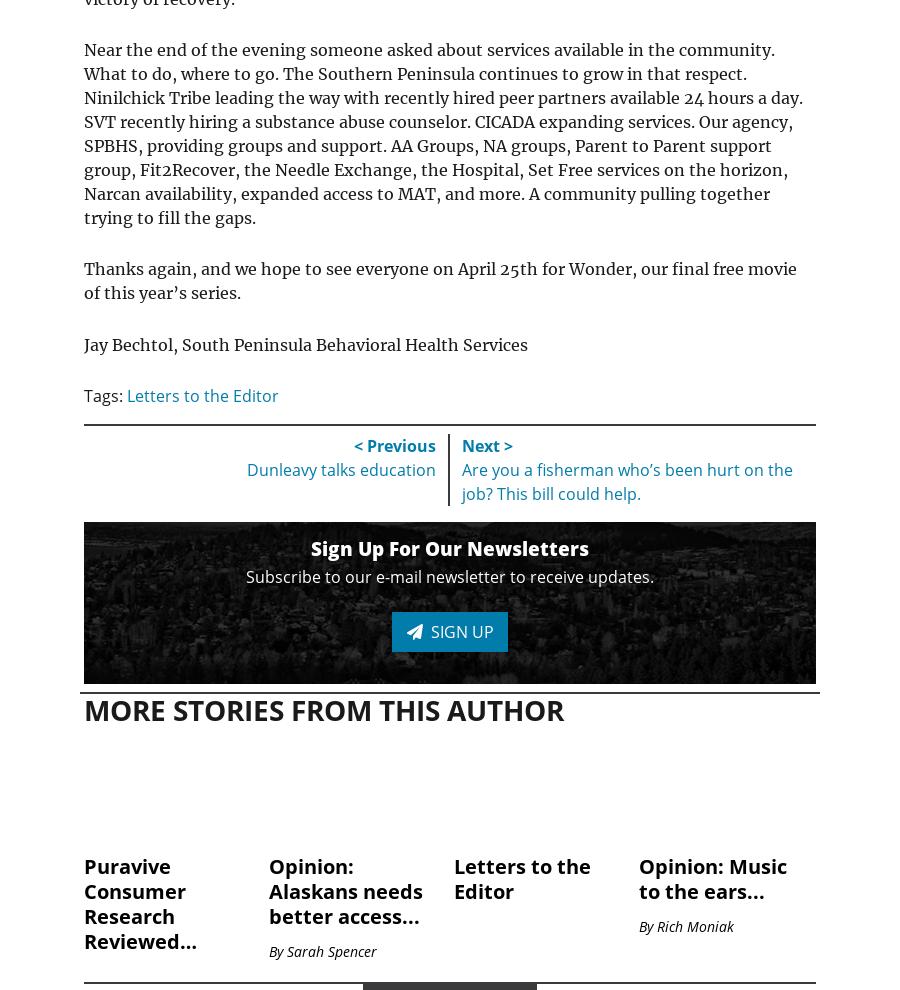 This screenshot has height=990, width=900. What do you see at coordinates (82, 343) in the screenshot?
I see `'Jay Bechtol, South Peninsula Behavioral Health Services'` at bounding box center [82, 343].